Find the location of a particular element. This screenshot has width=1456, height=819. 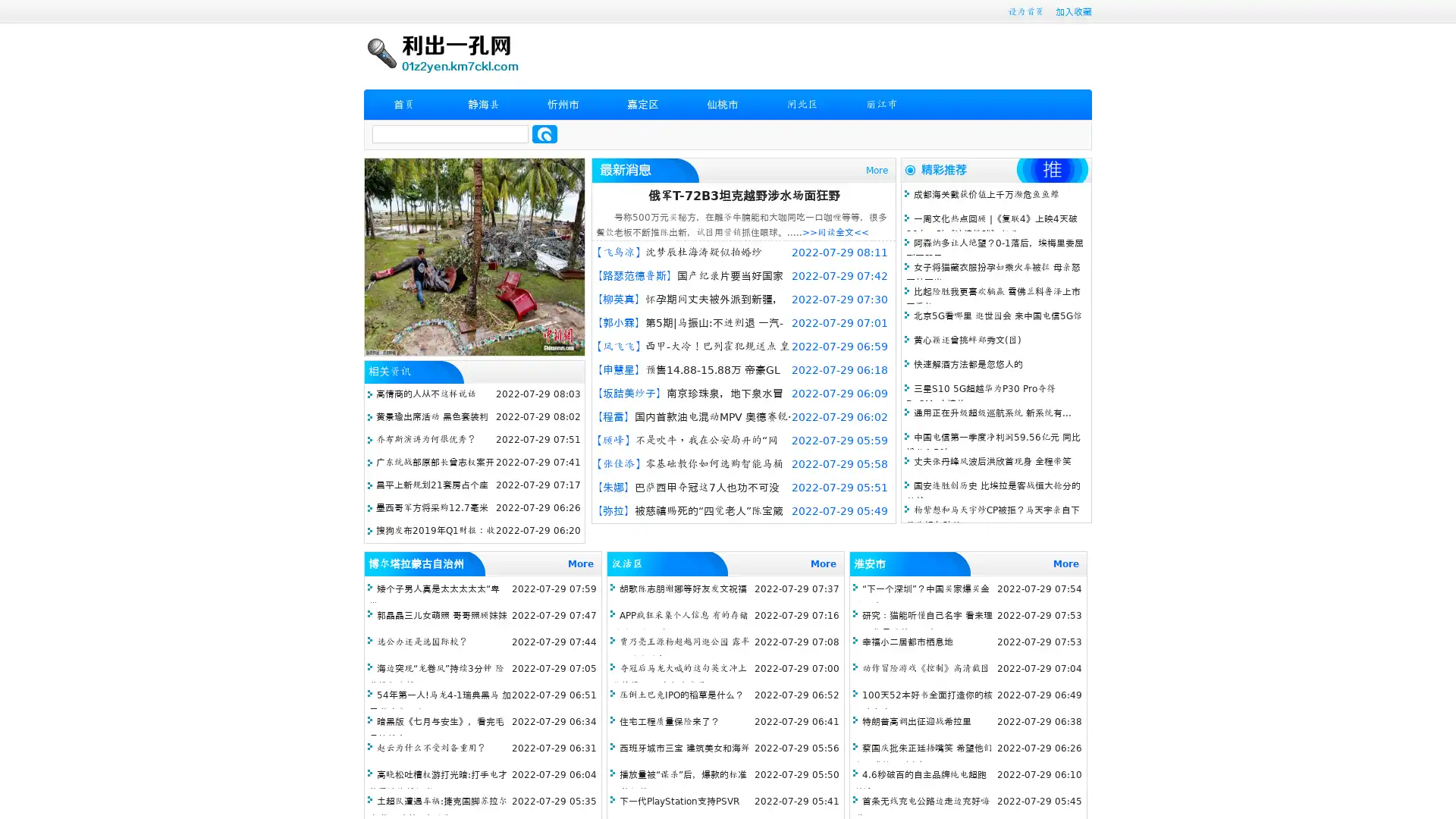

Search is located at coordinates (544, 133).